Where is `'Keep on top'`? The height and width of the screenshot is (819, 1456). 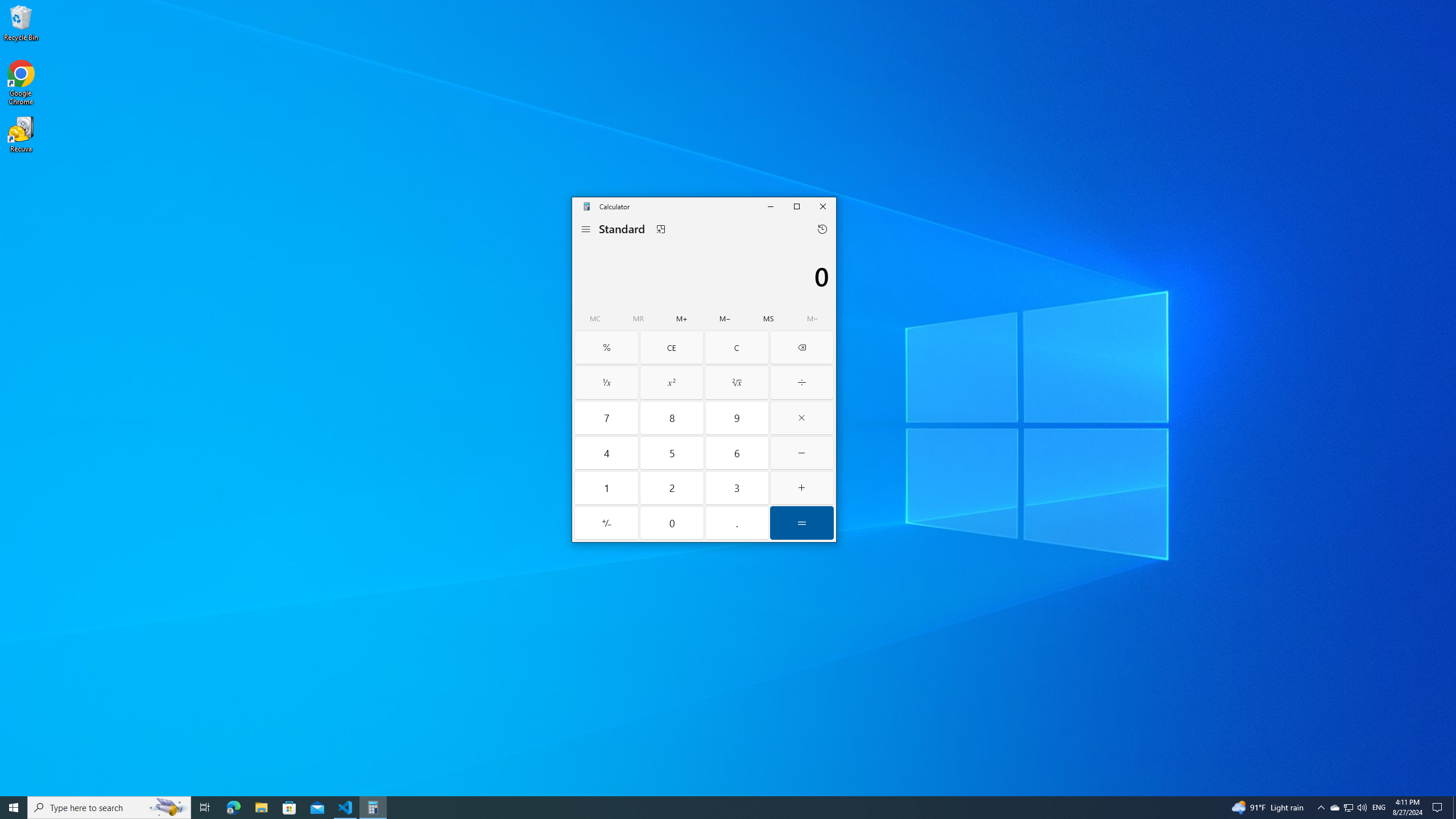
'Keep on top' is located at coordinates (660, 229).